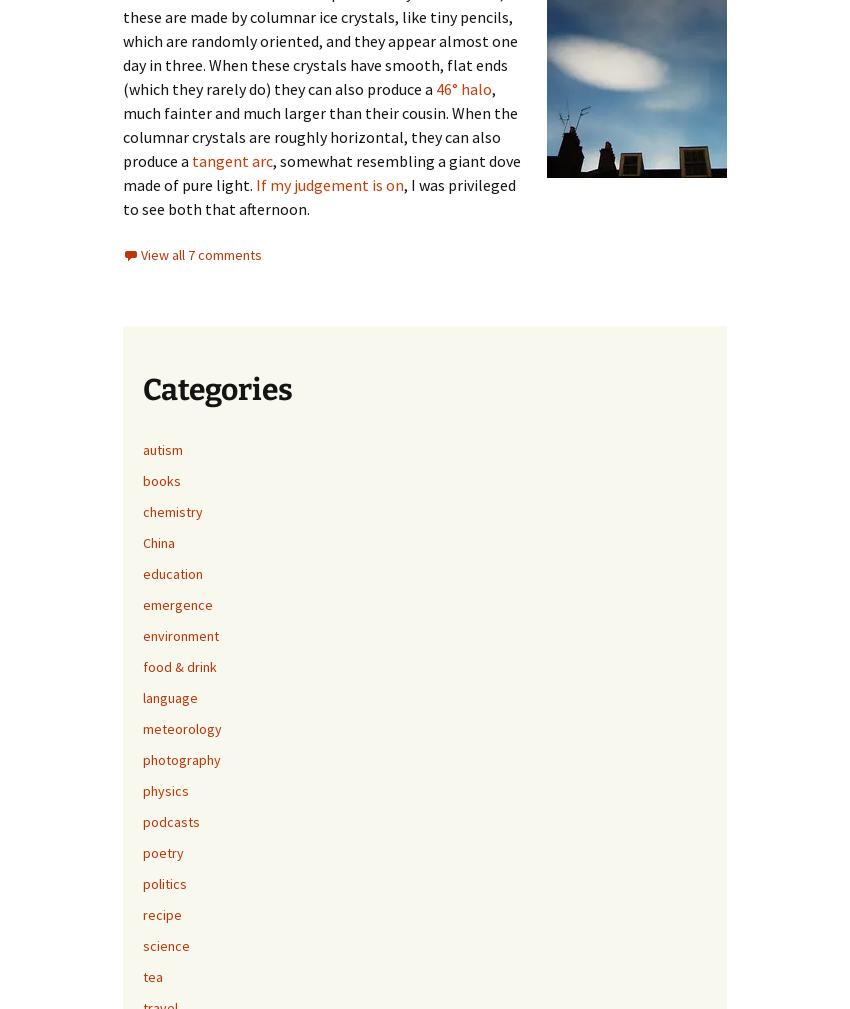 Image resolution: width=850 pixels, height=1009 pixels. Describe the element at coordinates (166, 945) in the screenshot. I see `'science'` at that location.